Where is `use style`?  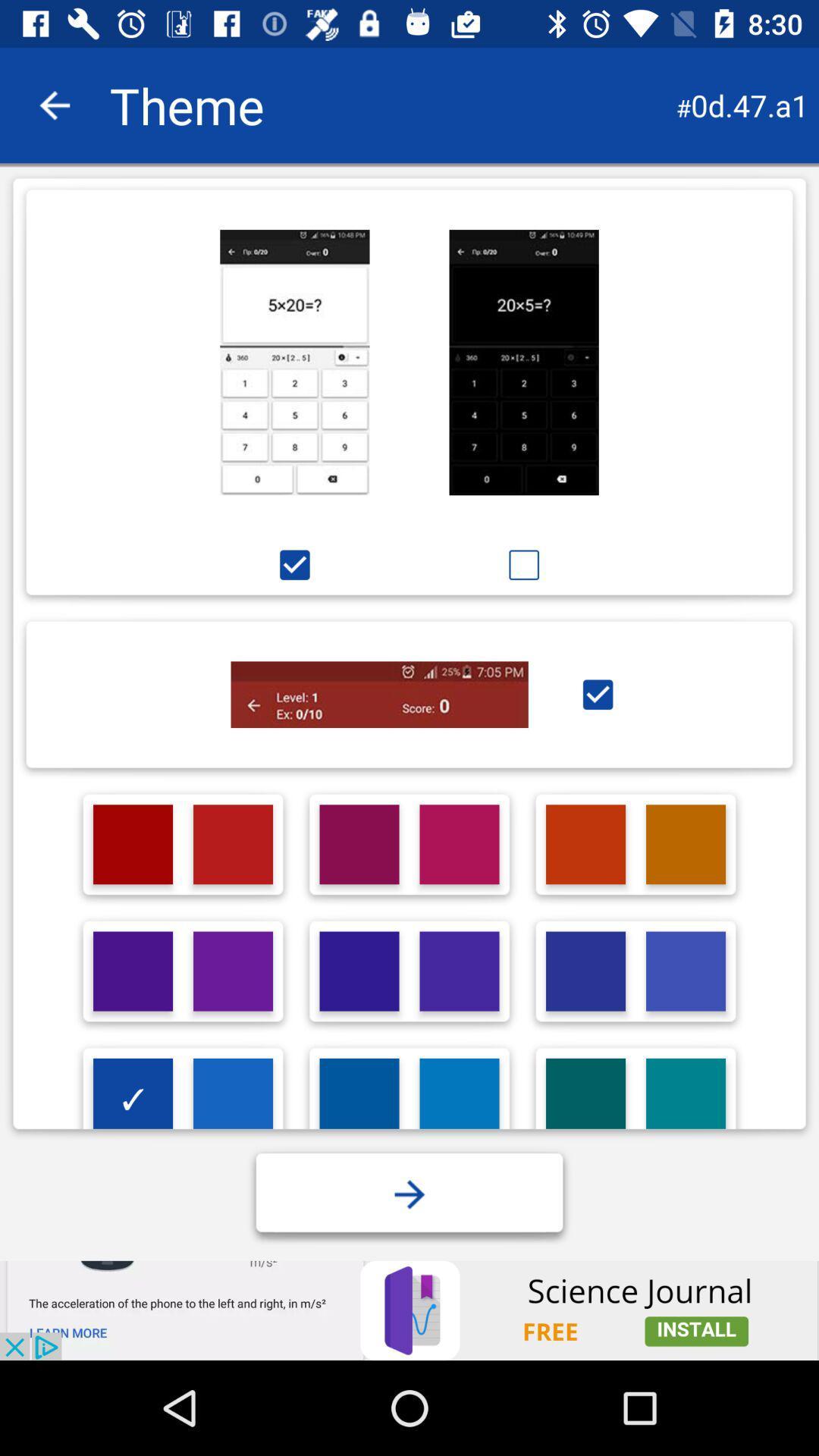 use style is located at coordinates (597, 694).